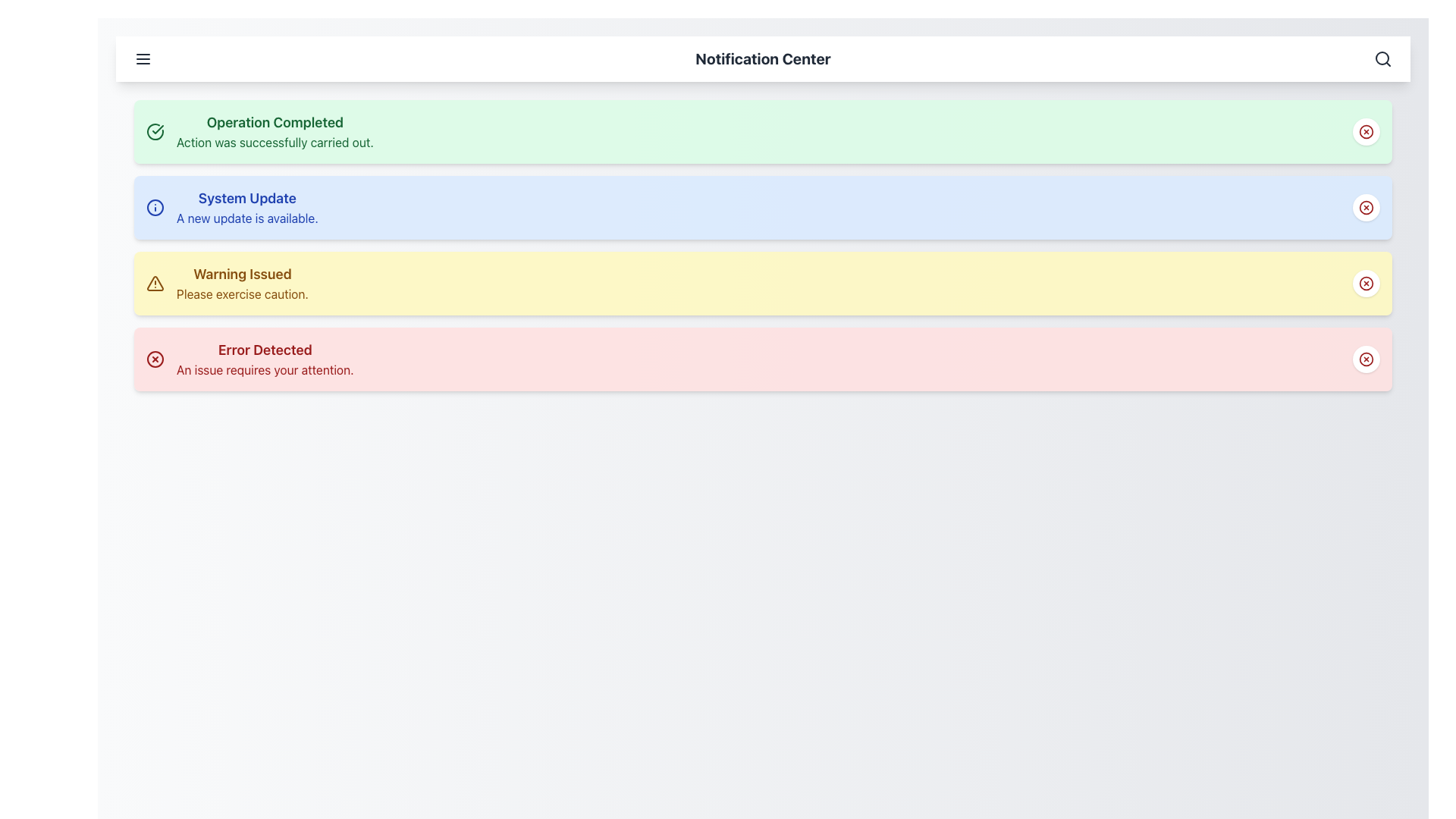 The width and height of the screenshot is (1456, 819). Describe the element at coordinates (158, 128) in the screenshot. I see `the checkmark symbol within the success icon located at the top of the list on the left-hand side of the notification titled 'Operation Completed'` at that location.